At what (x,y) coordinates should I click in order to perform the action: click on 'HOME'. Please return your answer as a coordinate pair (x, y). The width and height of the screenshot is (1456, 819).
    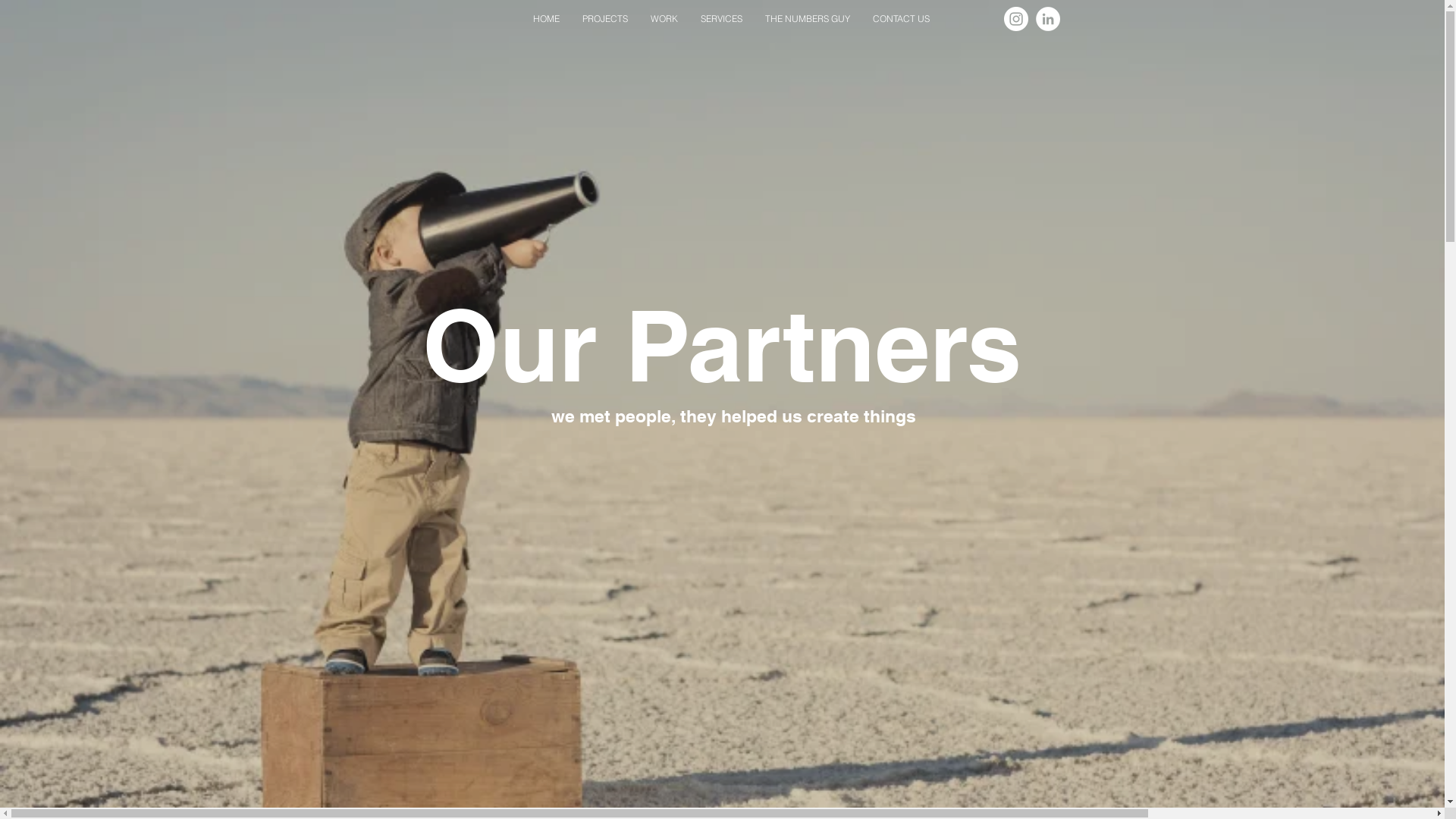
    Looking at the image, I should click on (546, 18).